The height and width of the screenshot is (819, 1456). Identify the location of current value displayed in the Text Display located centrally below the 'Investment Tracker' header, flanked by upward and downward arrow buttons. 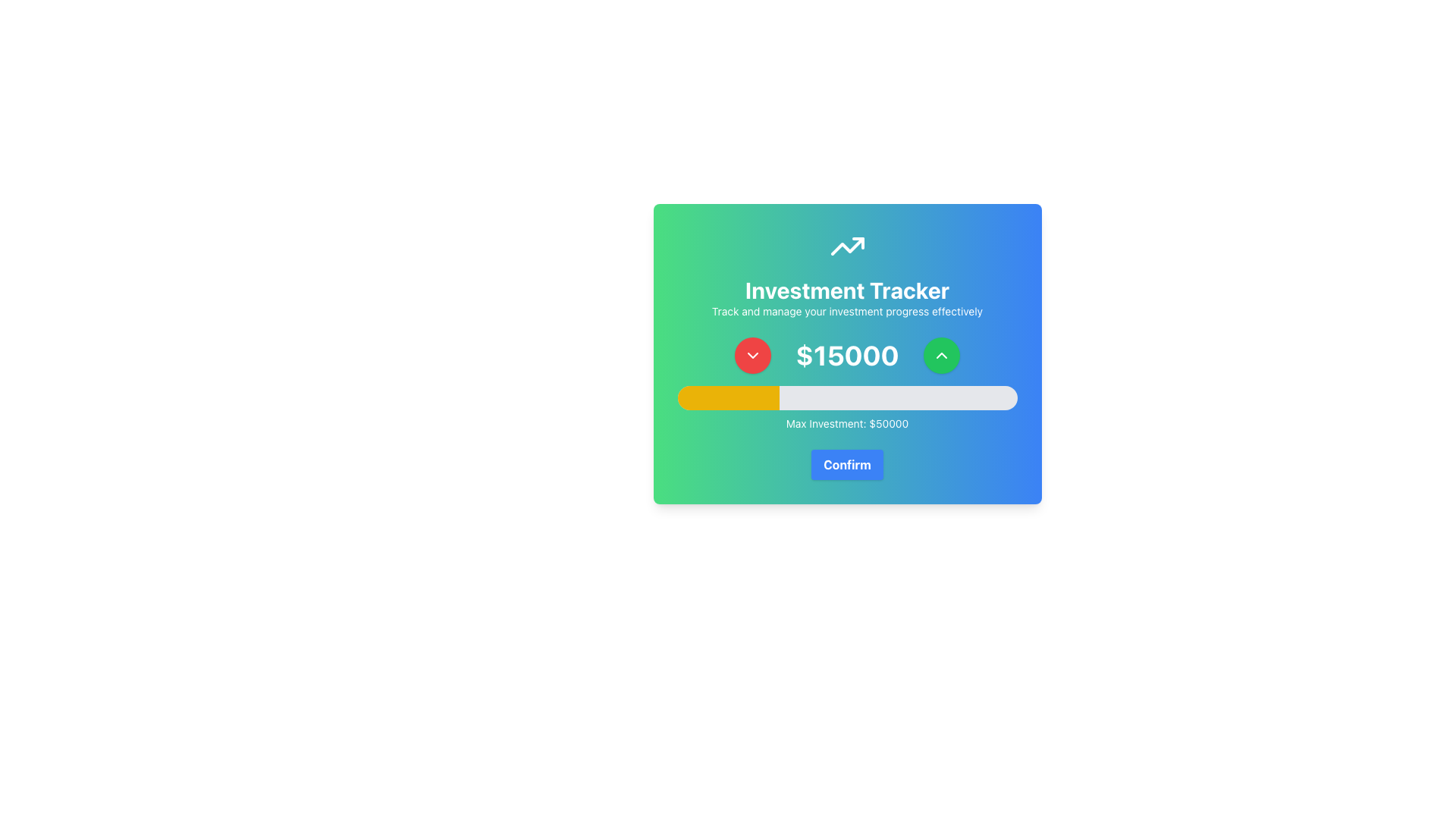
(846, 356).